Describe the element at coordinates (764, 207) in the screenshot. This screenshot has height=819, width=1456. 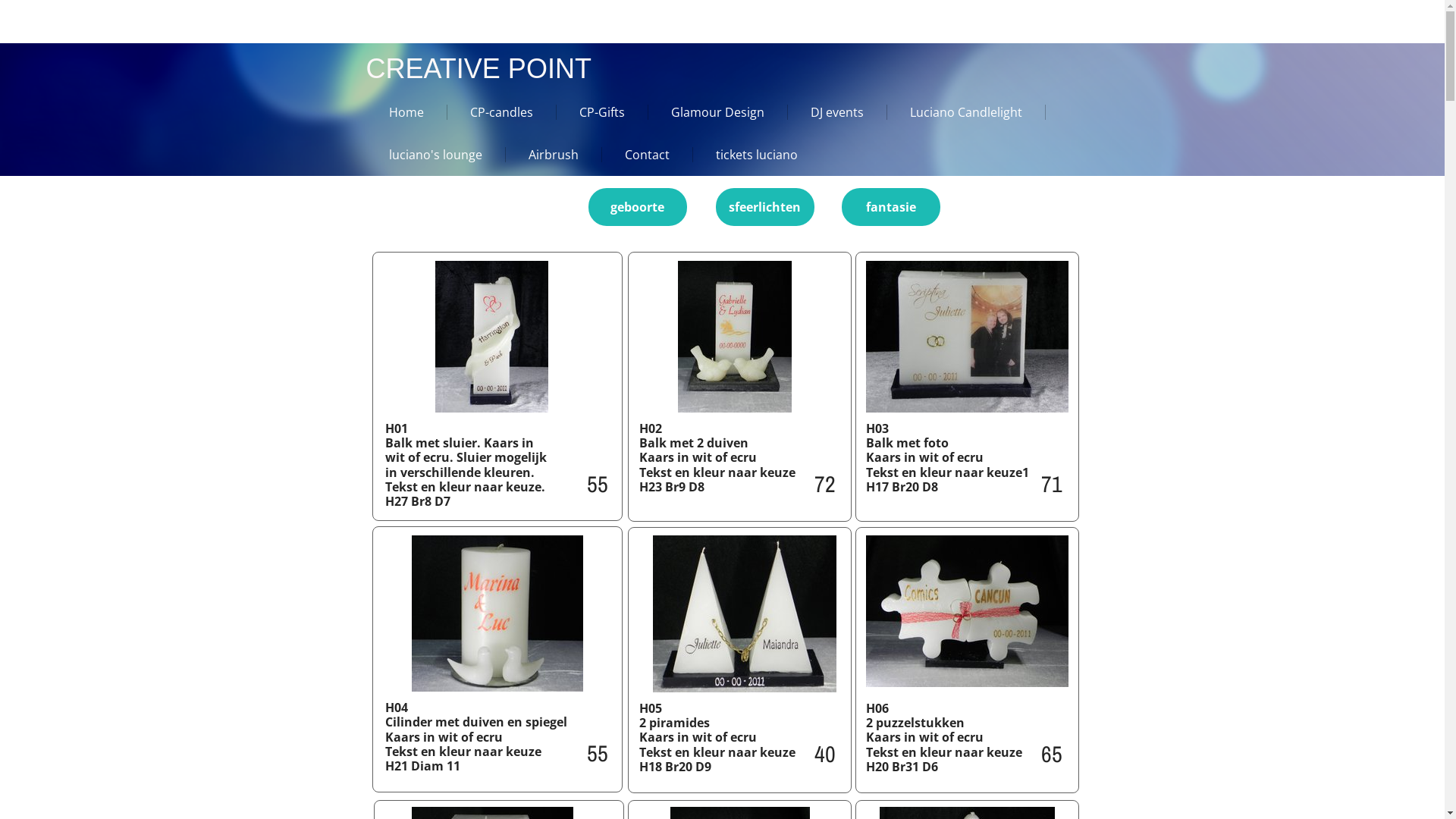
I see `'sfeerlichten'` at that location.